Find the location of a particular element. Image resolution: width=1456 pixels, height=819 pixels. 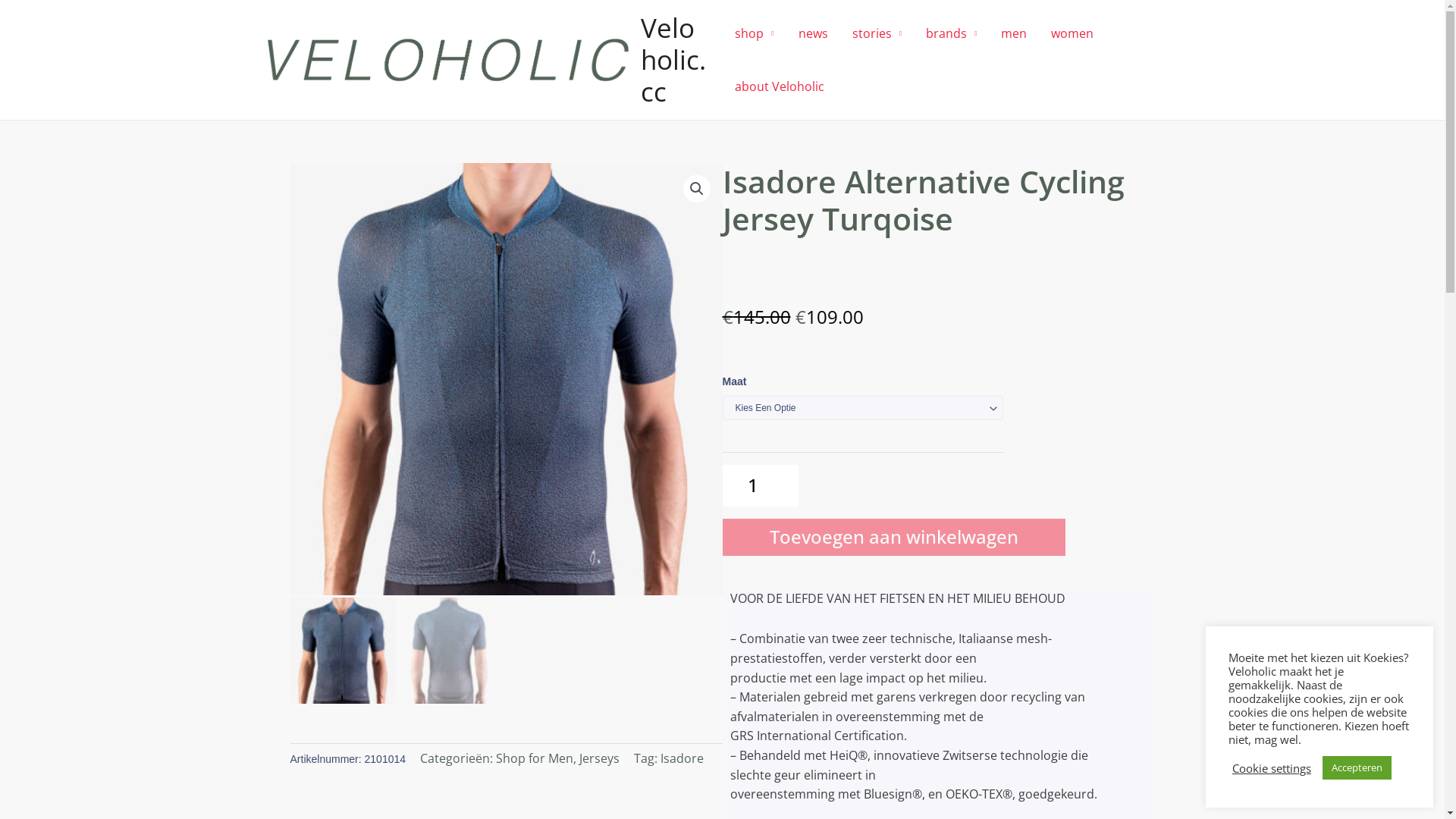

'news' is located at coordinates (812, 33).